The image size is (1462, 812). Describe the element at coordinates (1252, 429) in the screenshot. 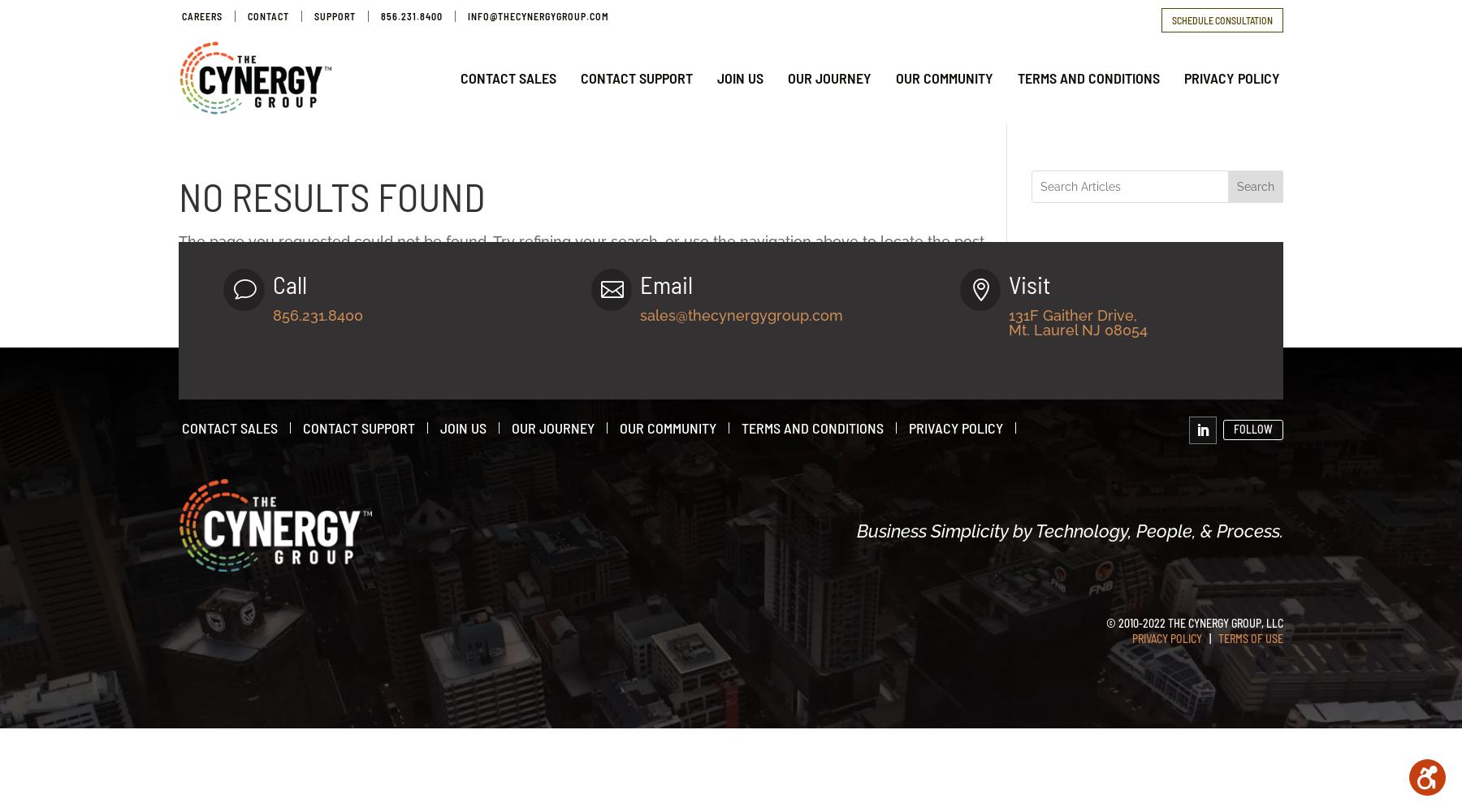

I see `'Follow'` at that location.